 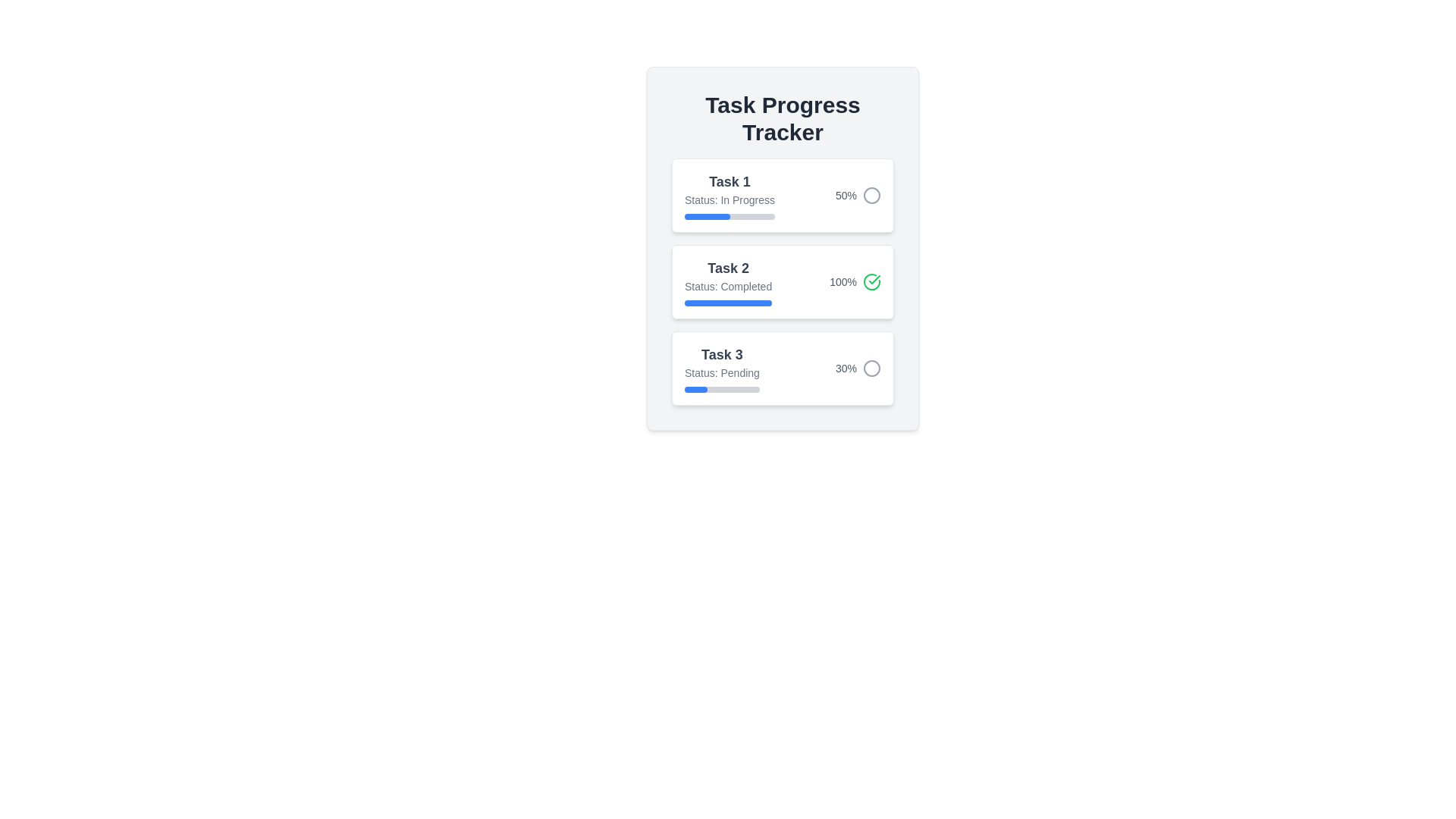 What do you see at coordinates (783, 118) in the screenshot?
I see `the Header element at the top-center of the interface that indicates the purpose of the content below, which tracks tasks' progress` at bounding box center [783, 118].